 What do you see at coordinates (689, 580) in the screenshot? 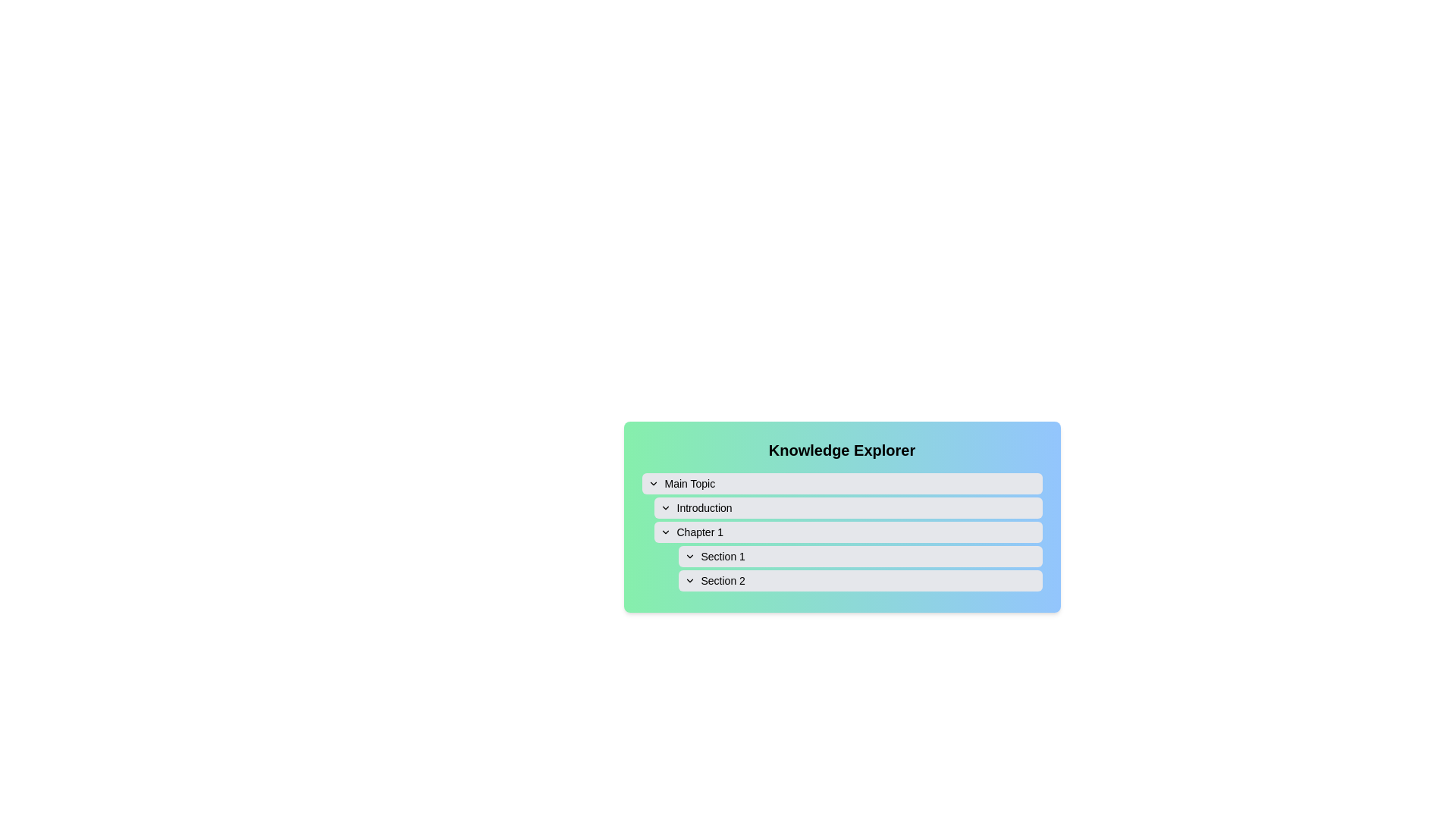
I see `the Dropdown toggle icon located to the left of the 'Section 2' label to provide visual feedback` at bounding box center [689, 580].